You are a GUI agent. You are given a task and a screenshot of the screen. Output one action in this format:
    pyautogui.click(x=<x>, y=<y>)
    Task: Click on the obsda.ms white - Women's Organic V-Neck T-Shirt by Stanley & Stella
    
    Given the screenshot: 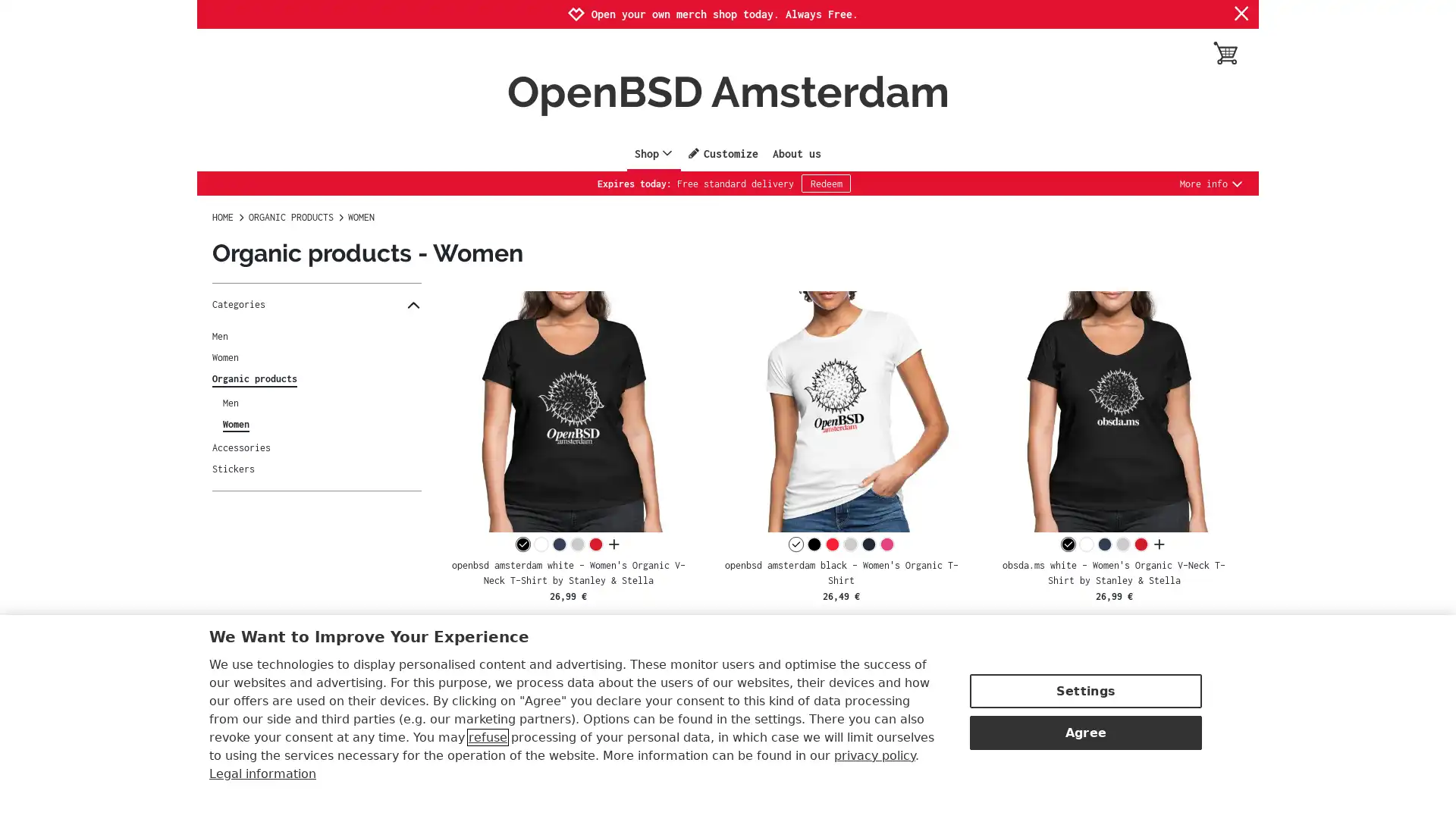 What is the action you would take?
    pyautogui.click(x=1113, y=412)
    